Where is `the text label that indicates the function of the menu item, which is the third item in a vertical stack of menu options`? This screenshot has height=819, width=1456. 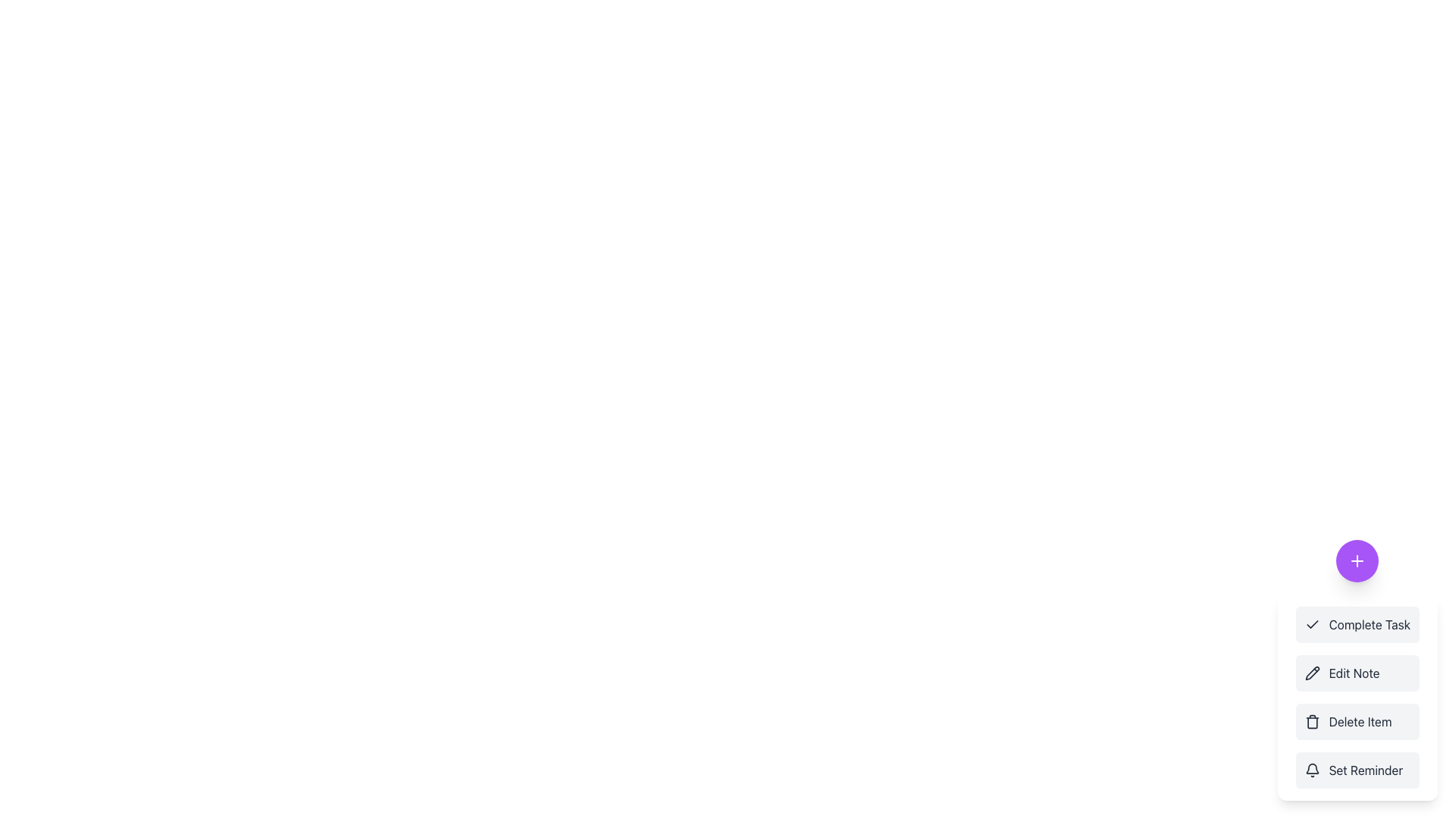 the text label that indicates the function of the menu item, which is the third item in a vertical stack of menu options is located at coordinates (1360, 721).